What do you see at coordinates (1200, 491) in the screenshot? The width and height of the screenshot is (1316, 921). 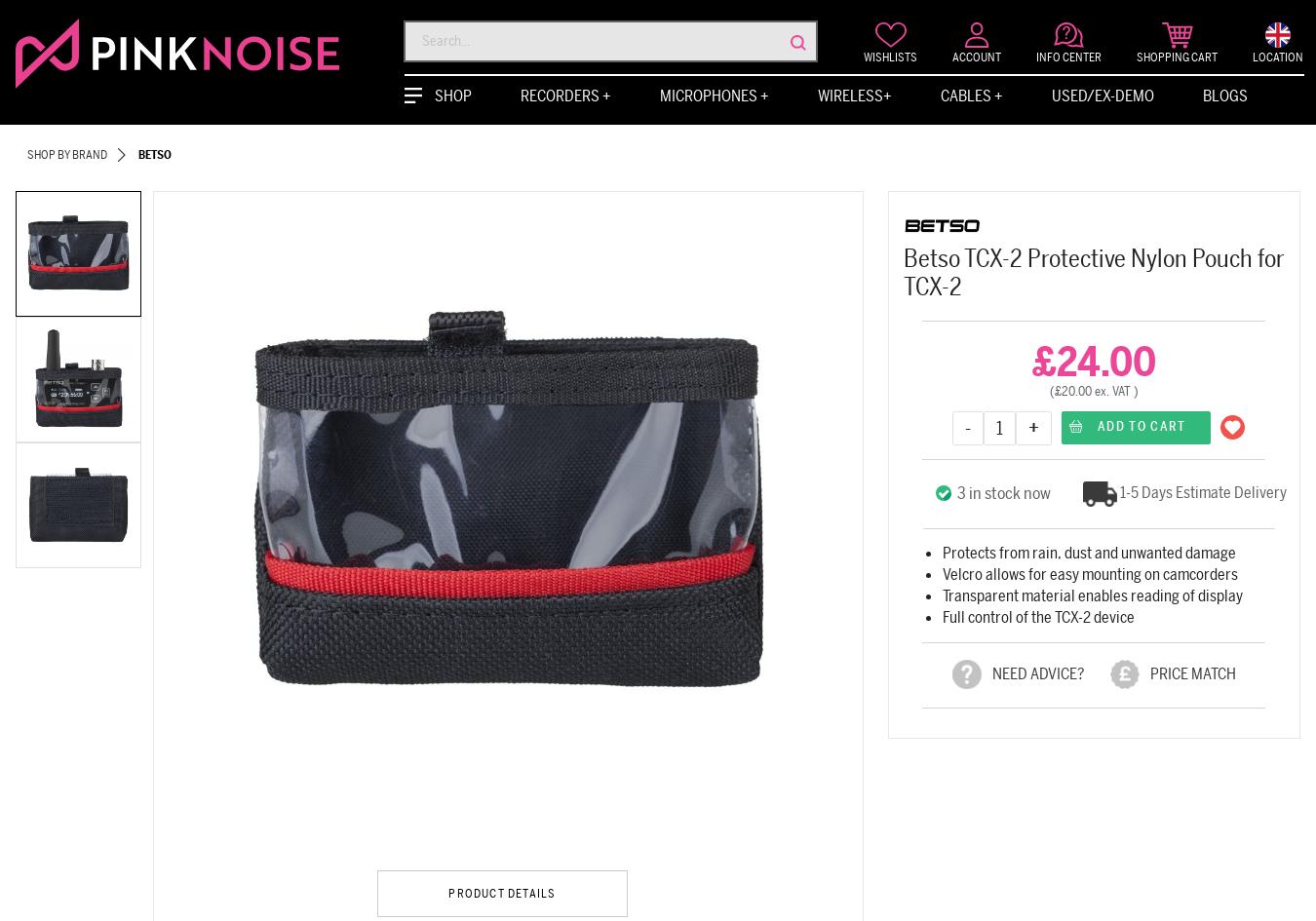 I see `'1-5 Days Estimate Delivery'` at bounding box center [1200, 491].